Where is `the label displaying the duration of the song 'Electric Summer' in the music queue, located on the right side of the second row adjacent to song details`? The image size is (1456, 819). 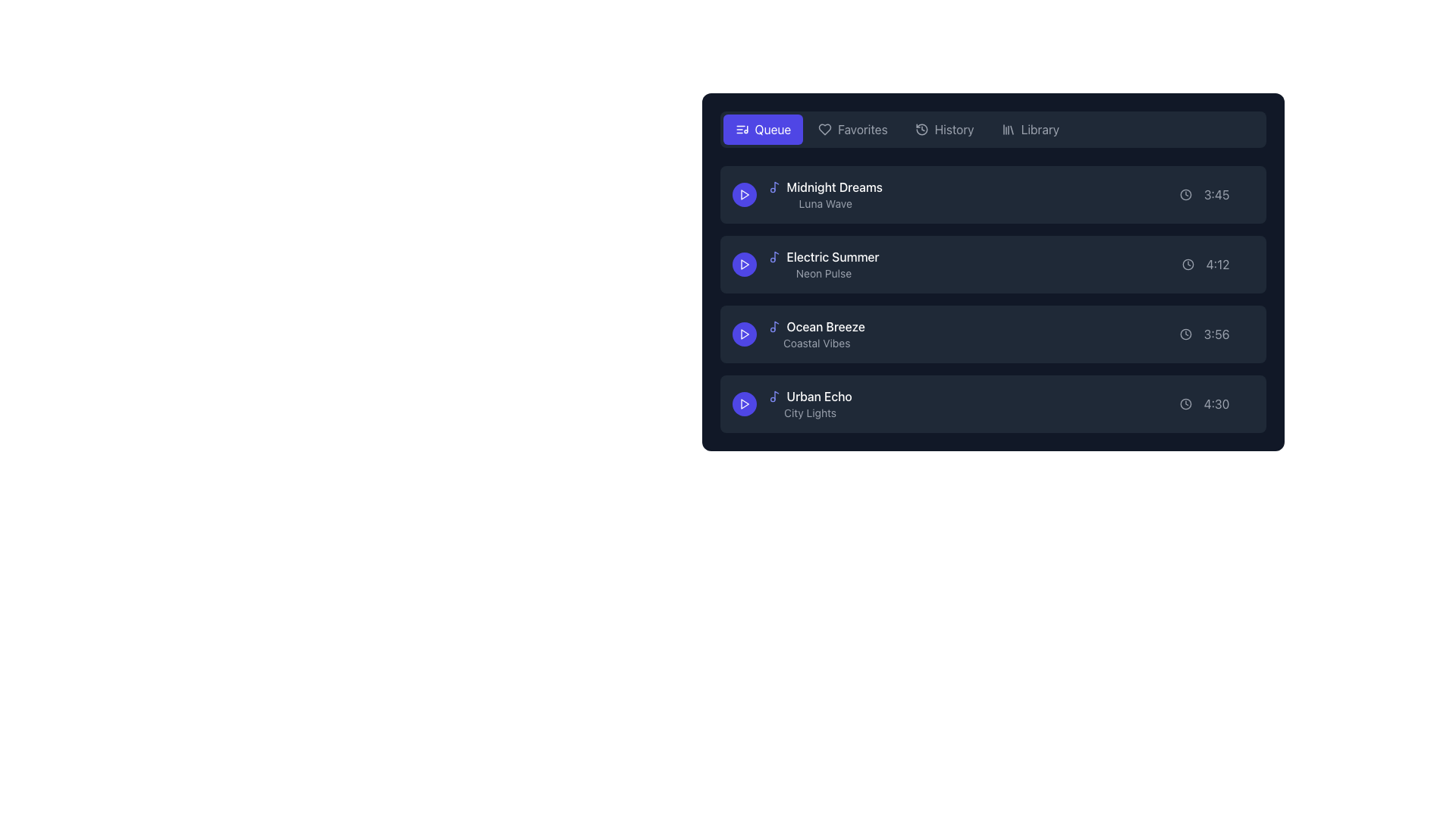
the label displaying the duration of the song 'Electric Summer' in the music queue, located on the right side of the second row adjacent to song details is located at coordinates (1218, 263).